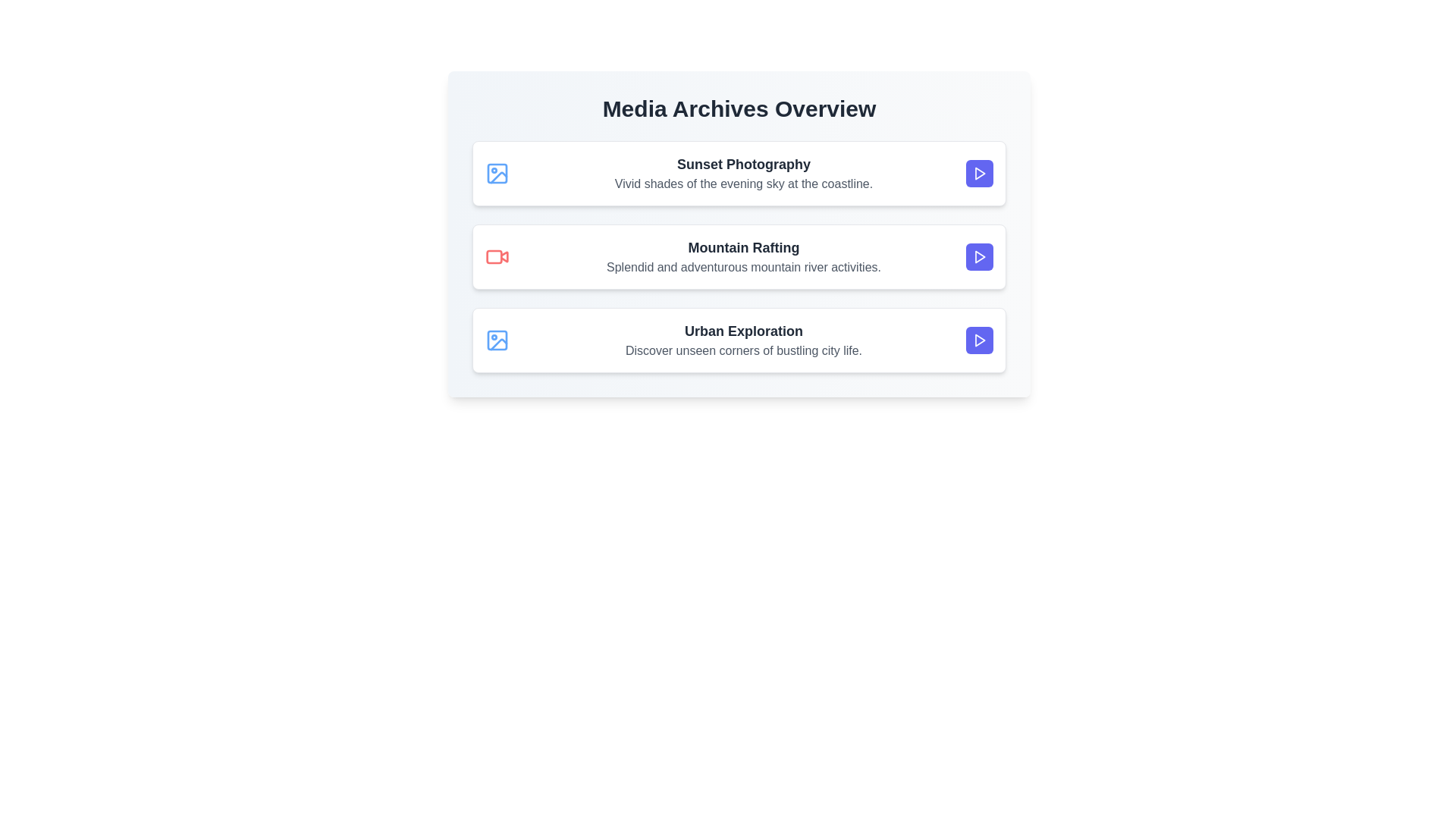 Image resolution: width=1456 pixels, height=819 pixels. I want to click on the play button for the media item titled 'Mountain Rafting', so click(979, 256).